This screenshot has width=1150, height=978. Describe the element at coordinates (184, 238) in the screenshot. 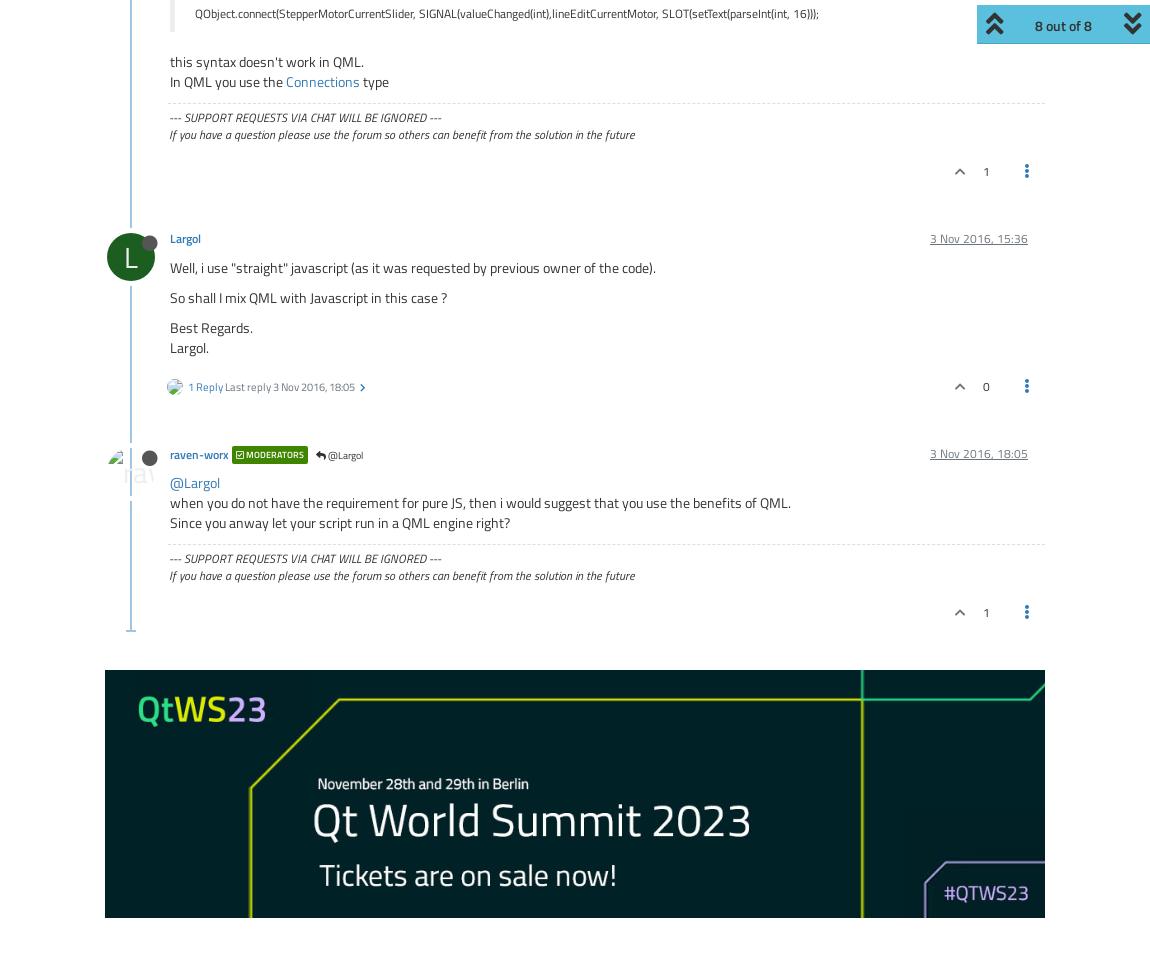

I see `'Largol'` at that location.